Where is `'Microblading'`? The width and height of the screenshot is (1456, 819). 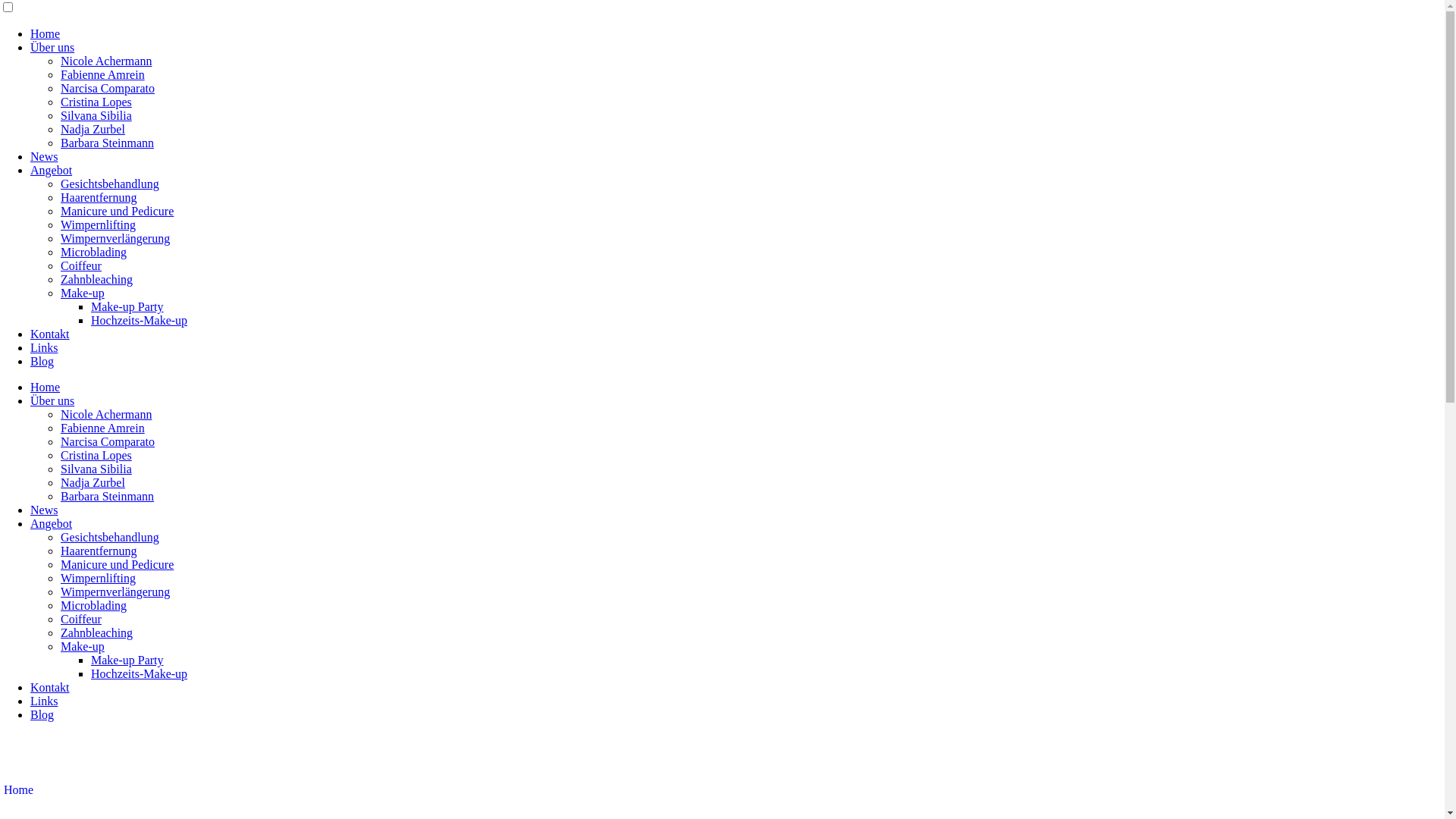 'Microblading' is located at coordinates (93, 604).